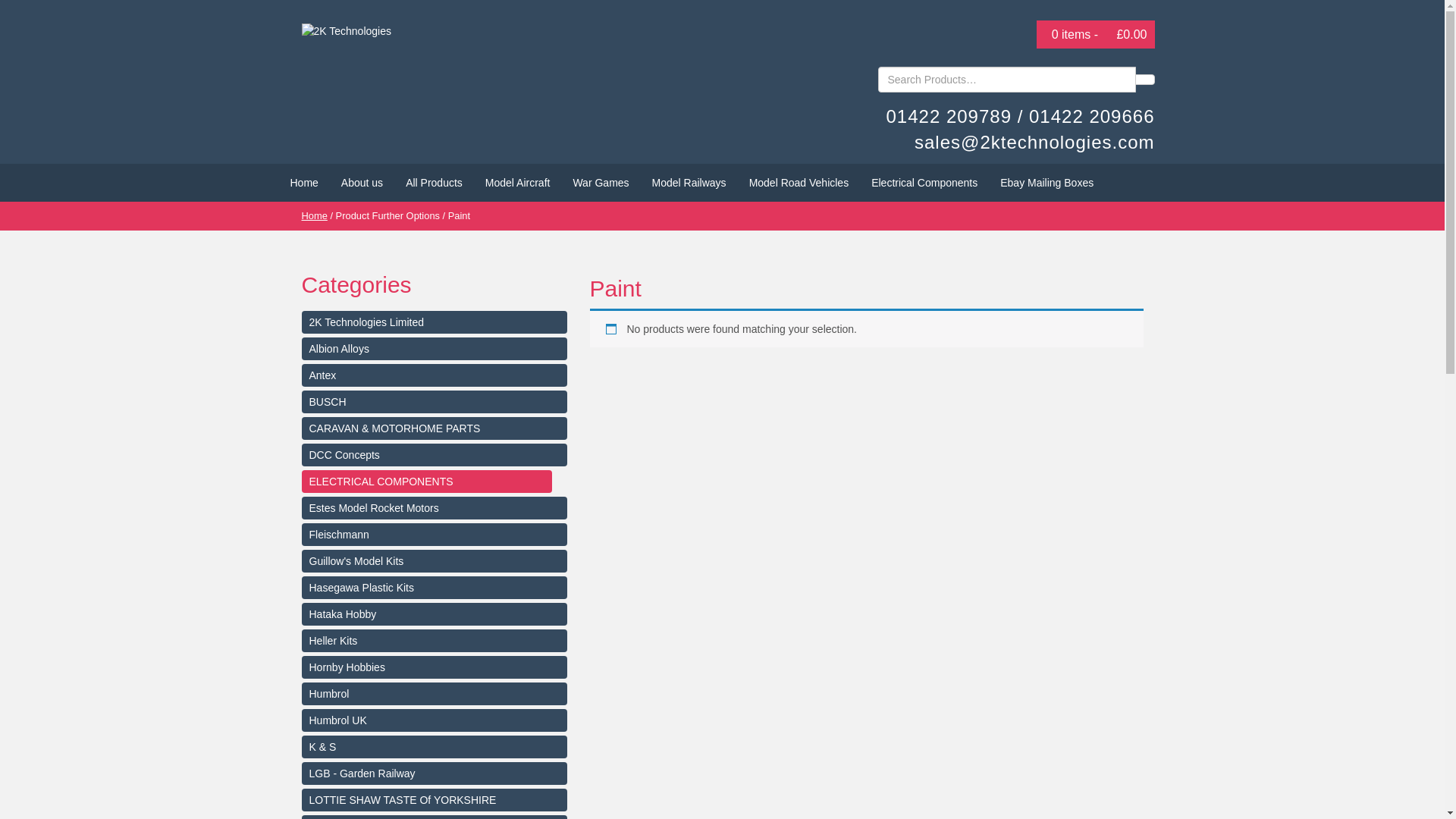 This screenshot has width=1456, height=819. What do you see at coordinates (433, 745) in the screenshot?
I see `'K & S'` at bounding box center [433, 745].